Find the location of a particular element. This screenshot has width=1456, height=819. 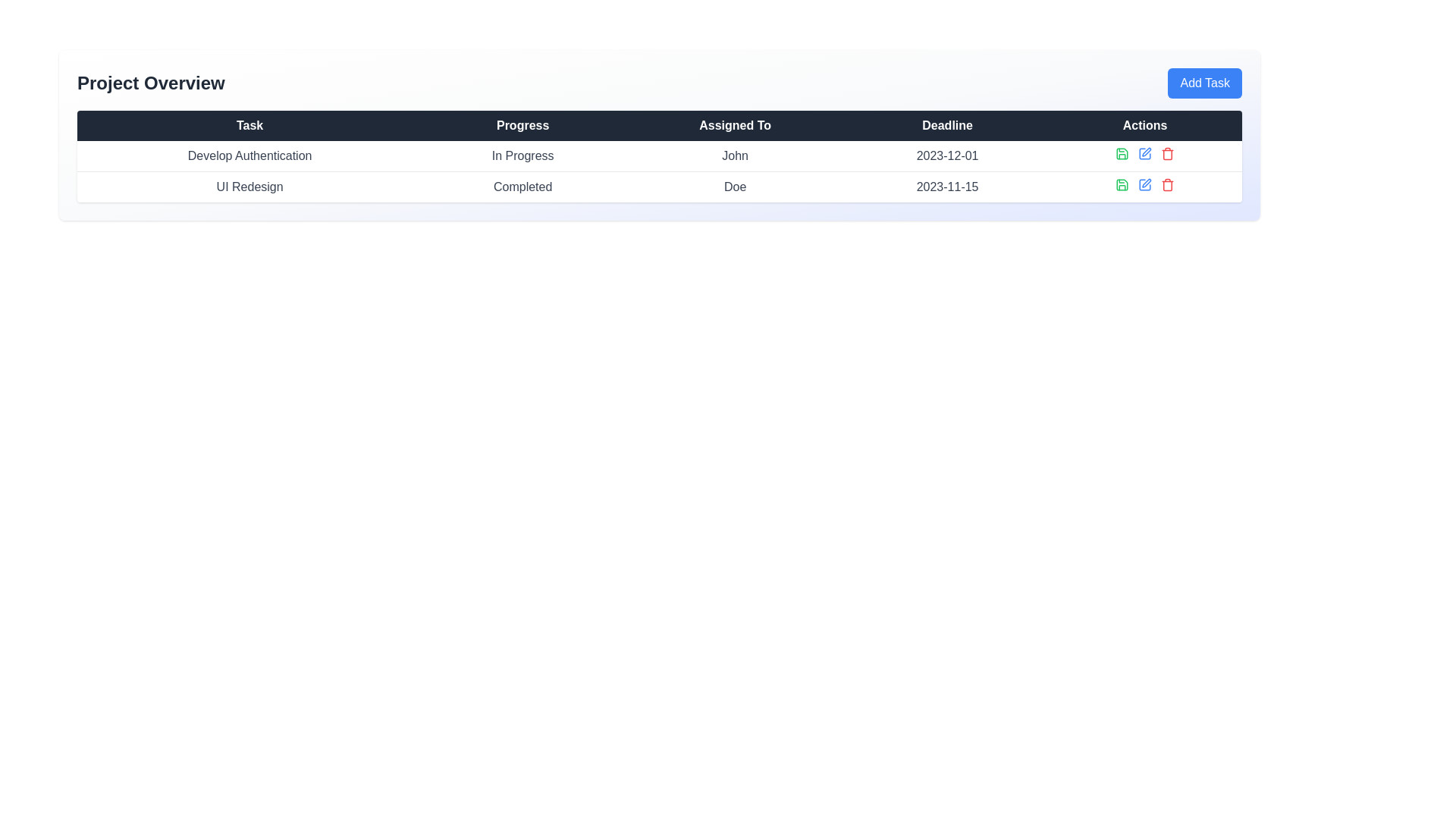

the edit icon, which is a square-shaped element located in the 'Actions' column of the second entry for the 'UI Redesign' task is located at coordinates (1145, 184).